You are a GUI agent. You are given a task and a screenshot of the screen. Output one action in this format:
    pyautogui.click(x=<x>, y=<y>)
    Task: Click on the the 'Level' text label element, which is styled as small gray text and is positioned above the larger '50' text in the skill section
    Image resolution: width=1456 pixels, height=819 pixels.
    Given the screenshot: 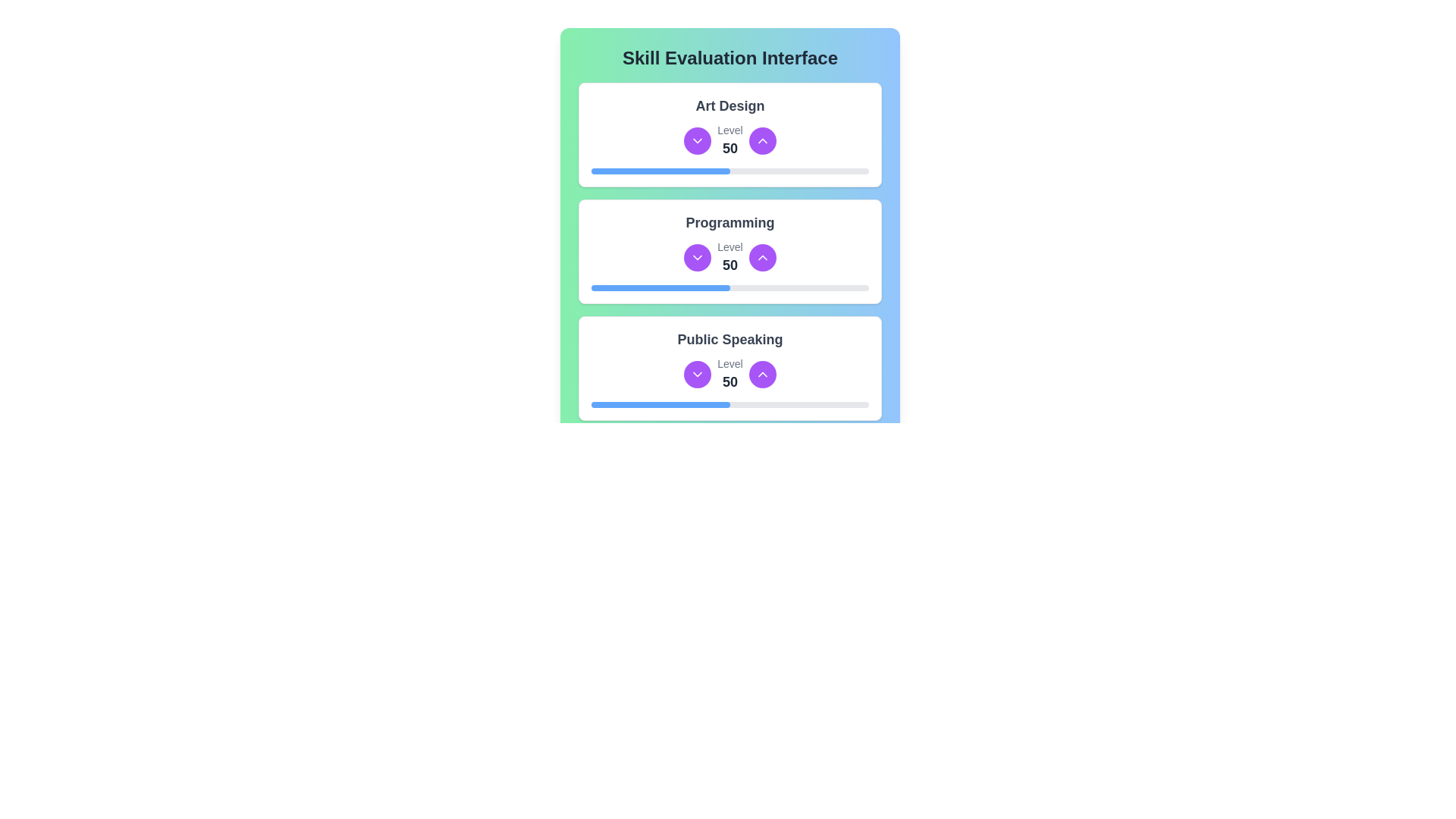 What is the action you would take?
    pyautogui.click(x=730, y=130)
    